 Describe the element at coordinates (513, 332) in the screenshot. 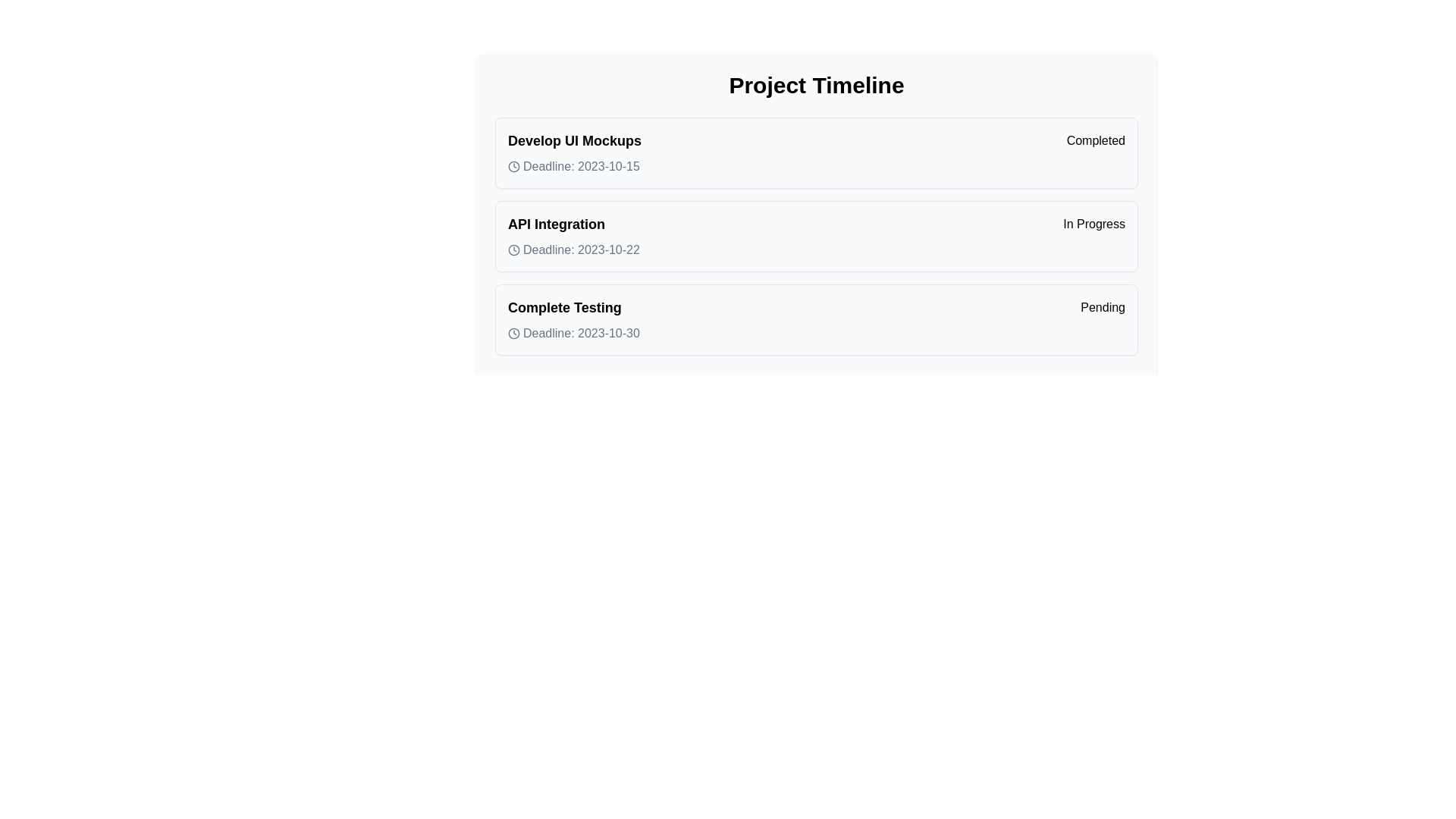

I see `the small circular grayish clock icon located in the 'Complete Testing' section of the 'Project Timeline' interface, which is positioned to the left of the text 'Deadline: 2023-10-30'` at that location.